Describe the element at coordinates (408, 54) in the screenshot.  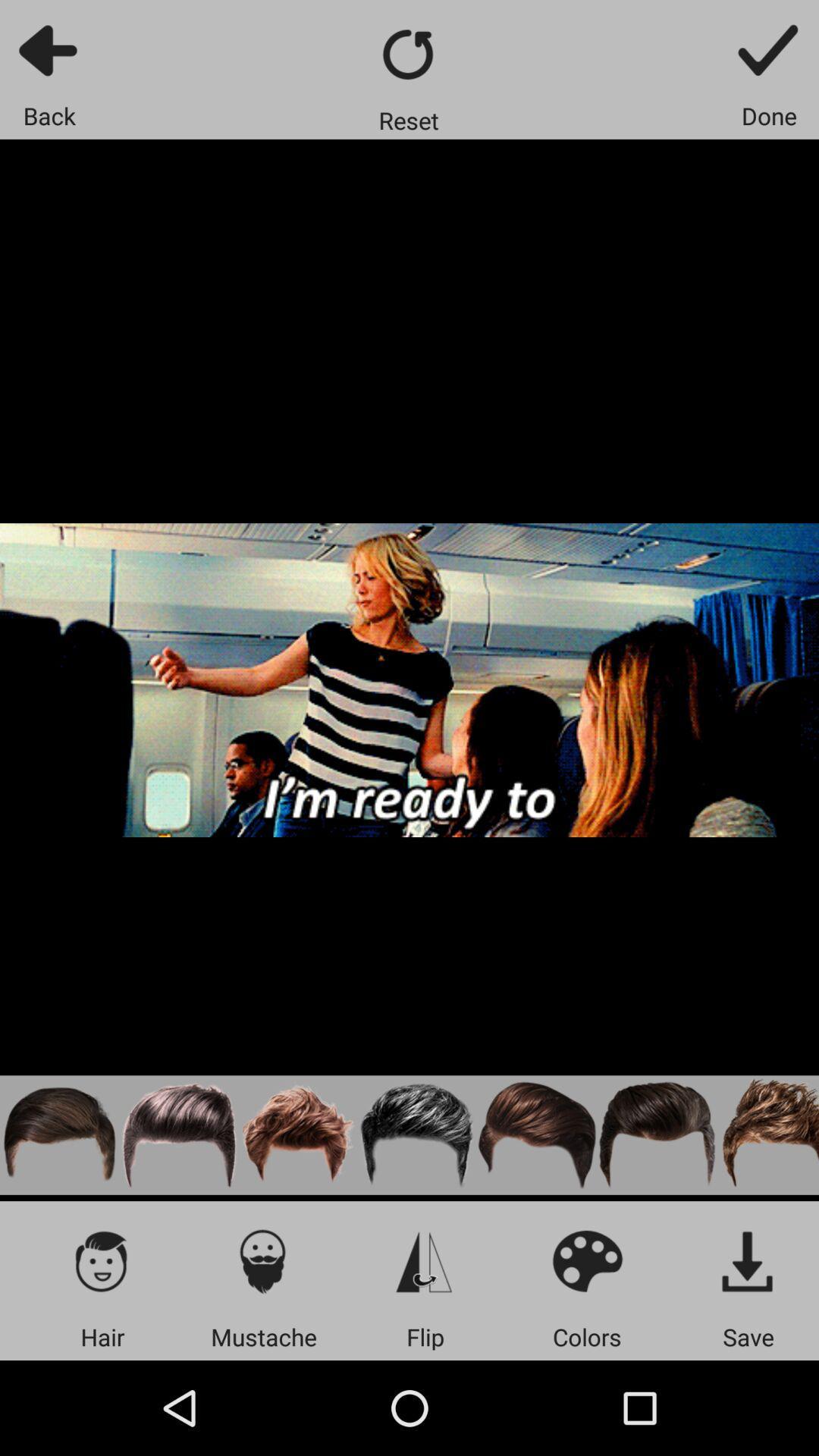
I see `the refresh icon` at that location.